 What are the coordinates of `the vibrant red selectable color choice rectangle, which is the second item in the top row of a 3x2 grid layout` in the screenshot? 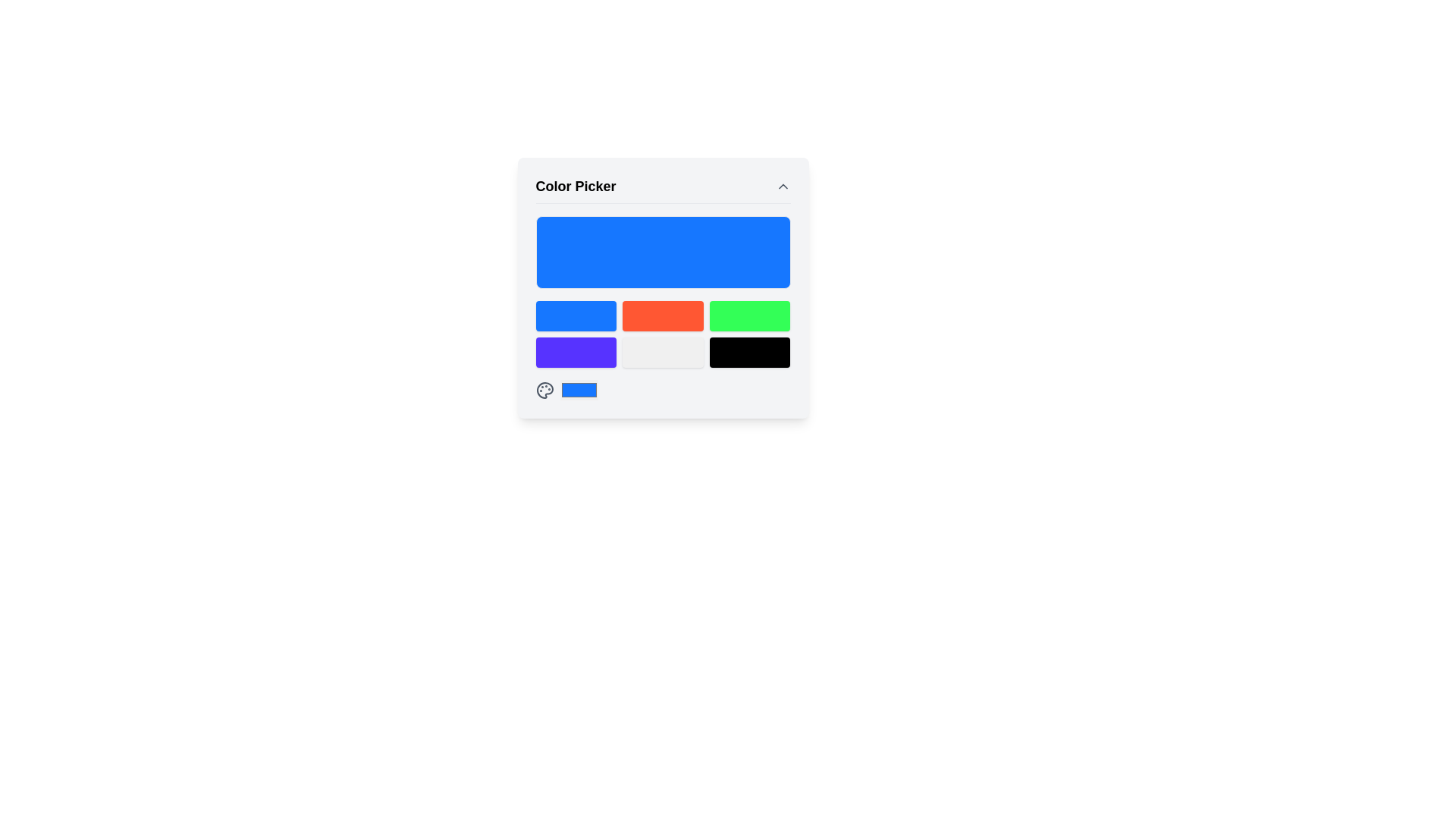 It's located at (663, 303).